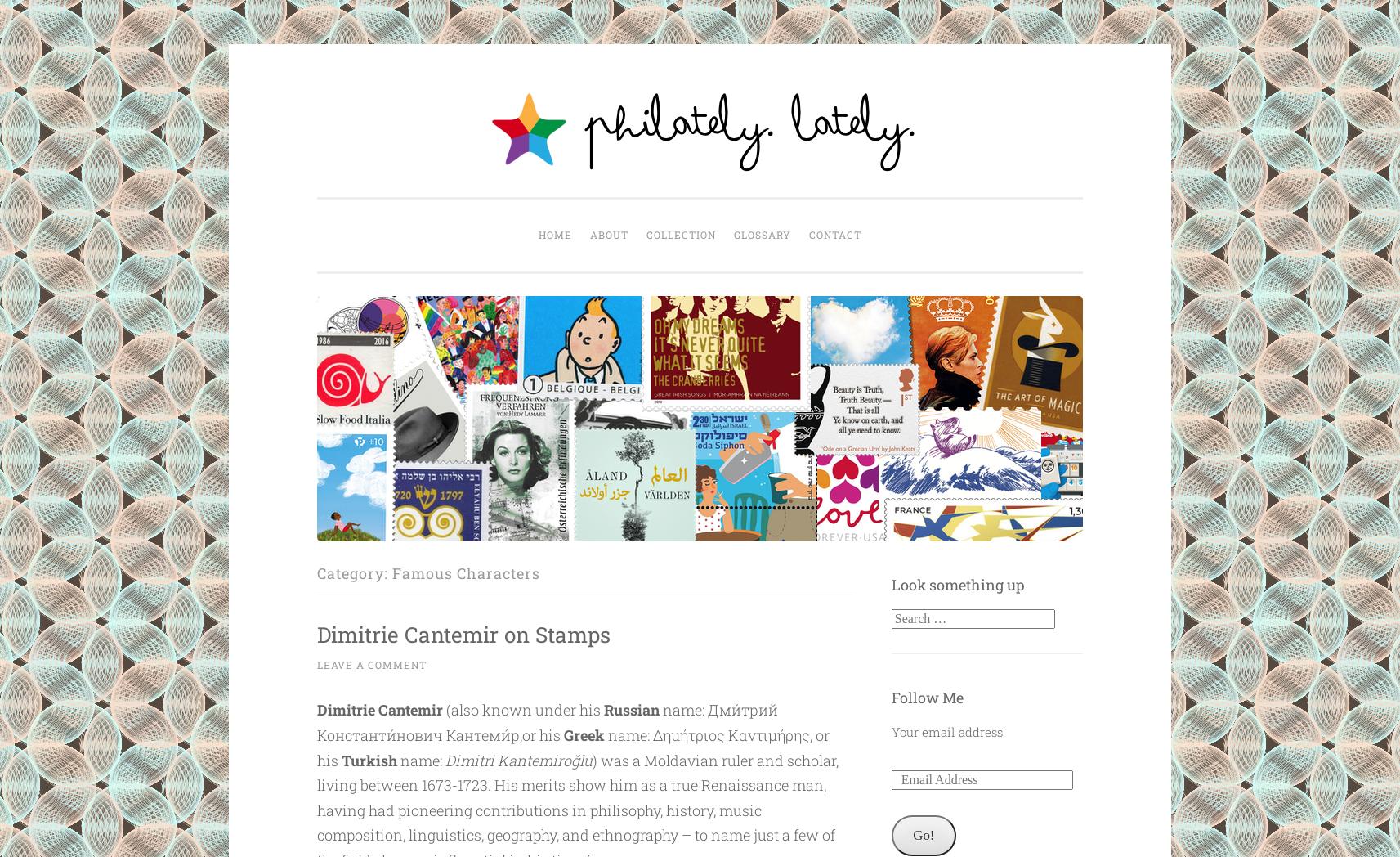 Image resolution: width=1400 pixels, height=857 pixels. I want to click on 'Your email address:', so click(946, 730).